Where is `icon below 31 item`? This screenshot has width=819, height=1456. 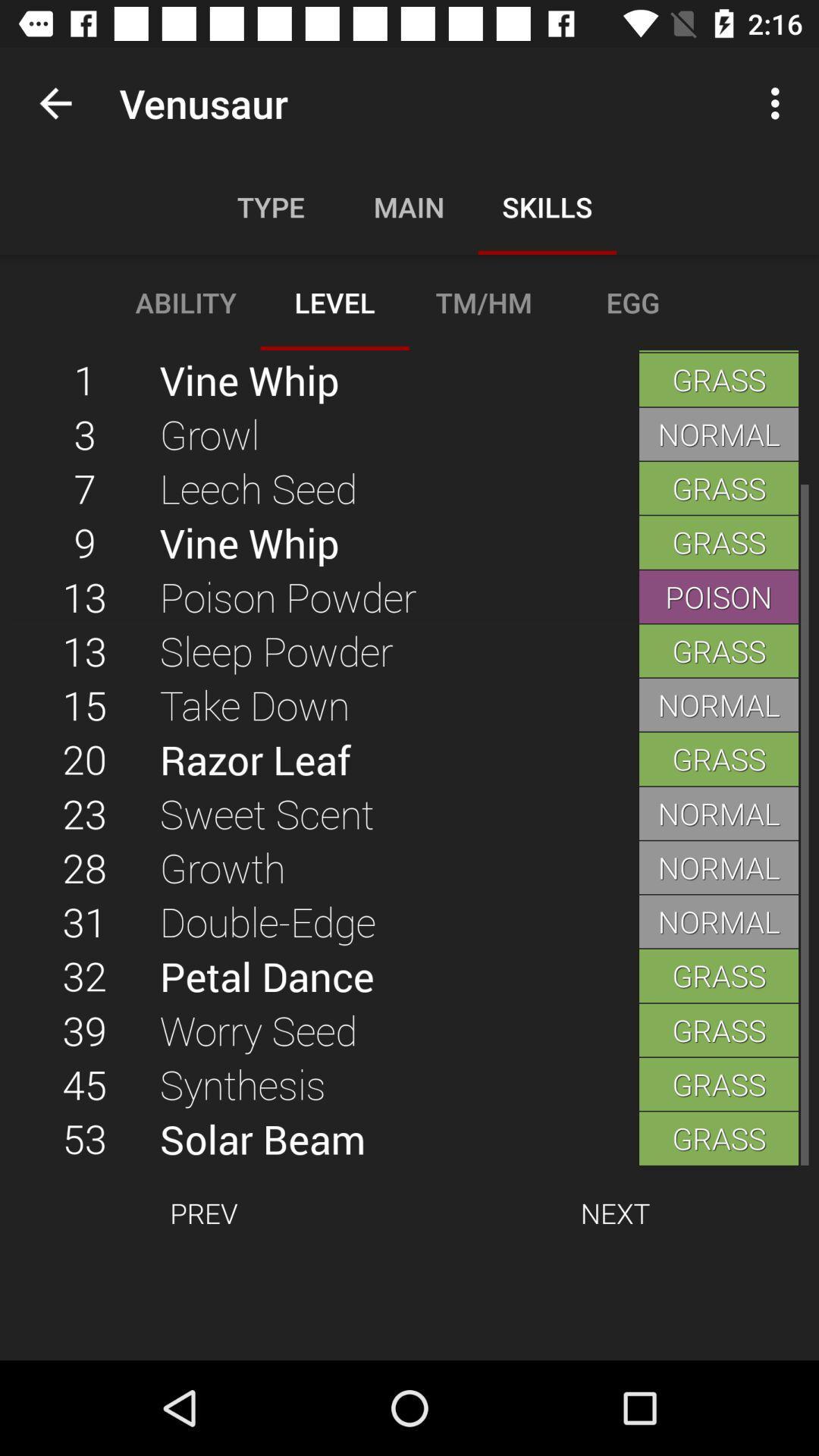 icon below 31 item is located at coordinates (398, 975).